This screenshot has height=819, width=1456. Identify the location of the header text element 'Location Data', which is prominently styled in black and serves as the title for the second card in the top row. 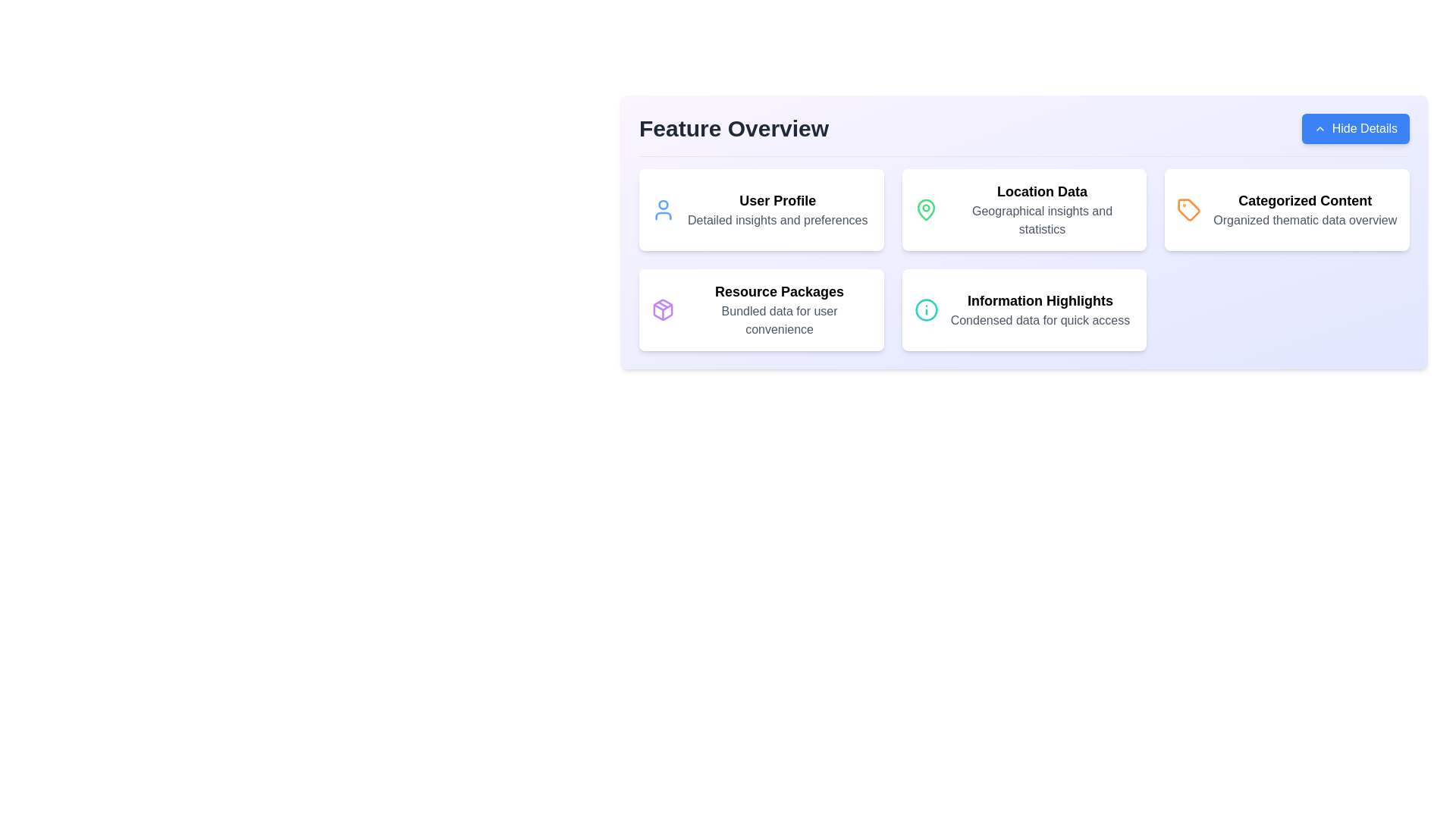
(1041, 191).